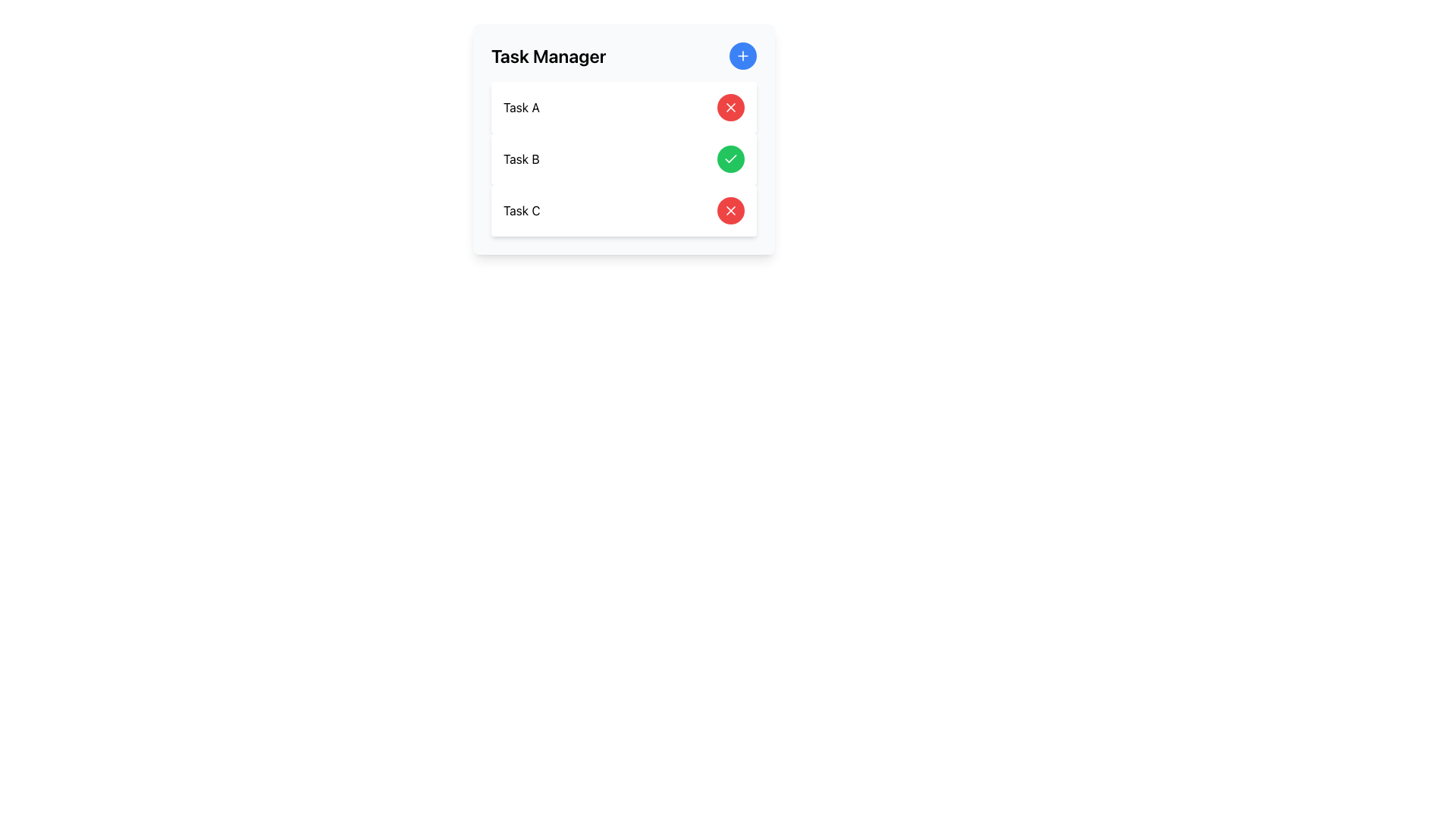 The height and width of the screenshot is (819, 1456). What do you see at coordinates (731, 107) in the screenshot?
I see `the circular red button with an 'X' icon located to the right of the text 'Task A'` at bounding box center [731, 107].